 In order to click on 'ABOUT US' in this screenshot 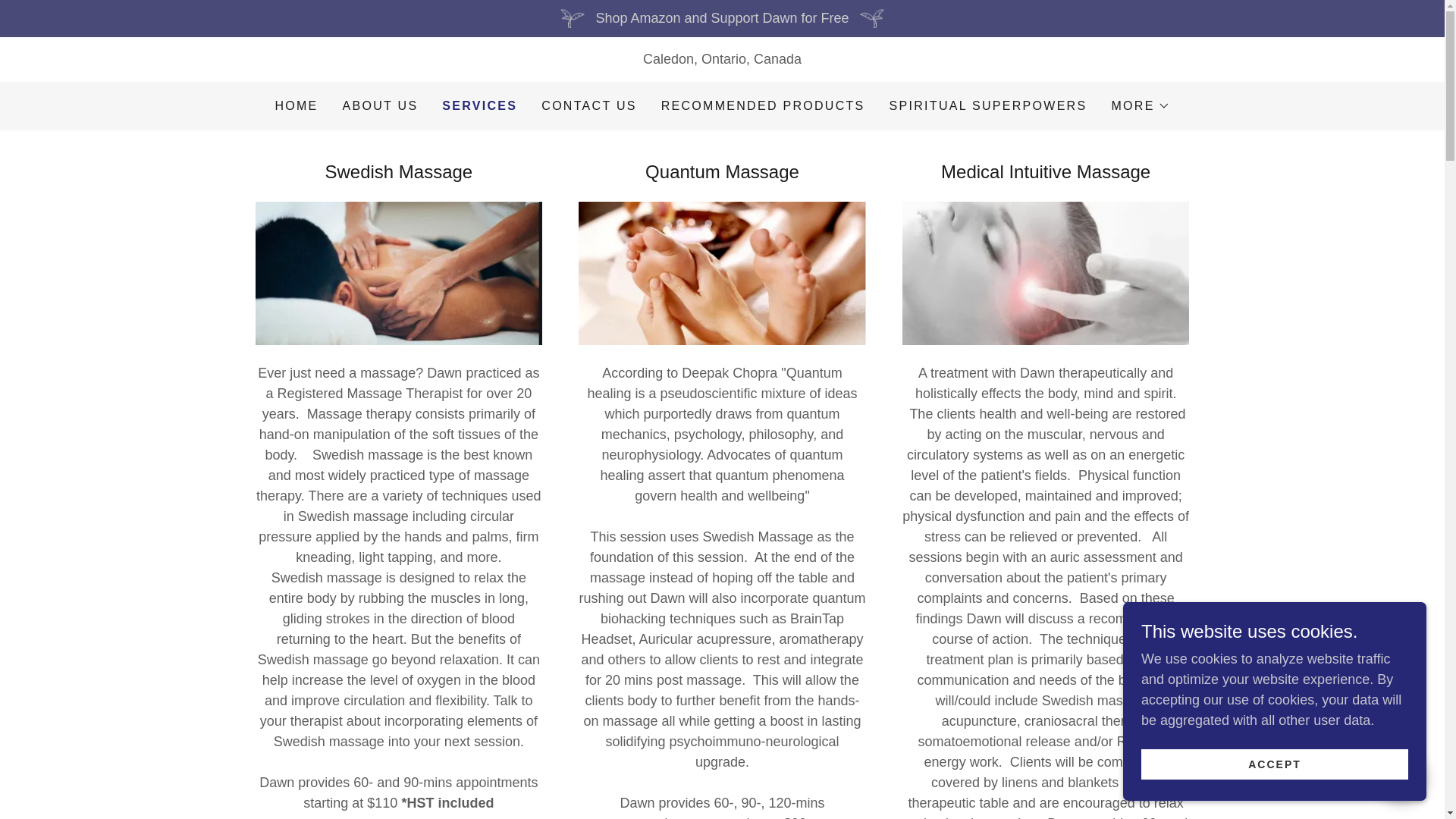, I will do `click(337, 105)`.